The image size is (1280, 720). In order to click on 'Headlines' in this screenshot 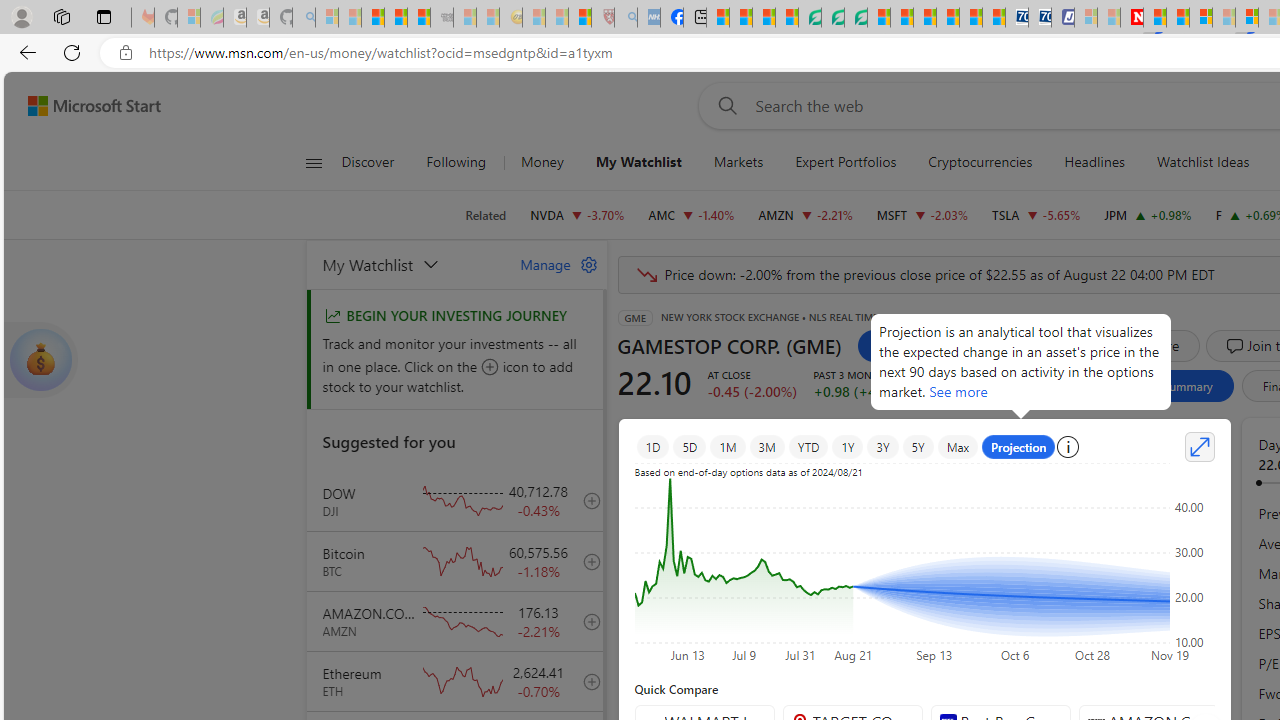, I will do `click(1093, 162)`.